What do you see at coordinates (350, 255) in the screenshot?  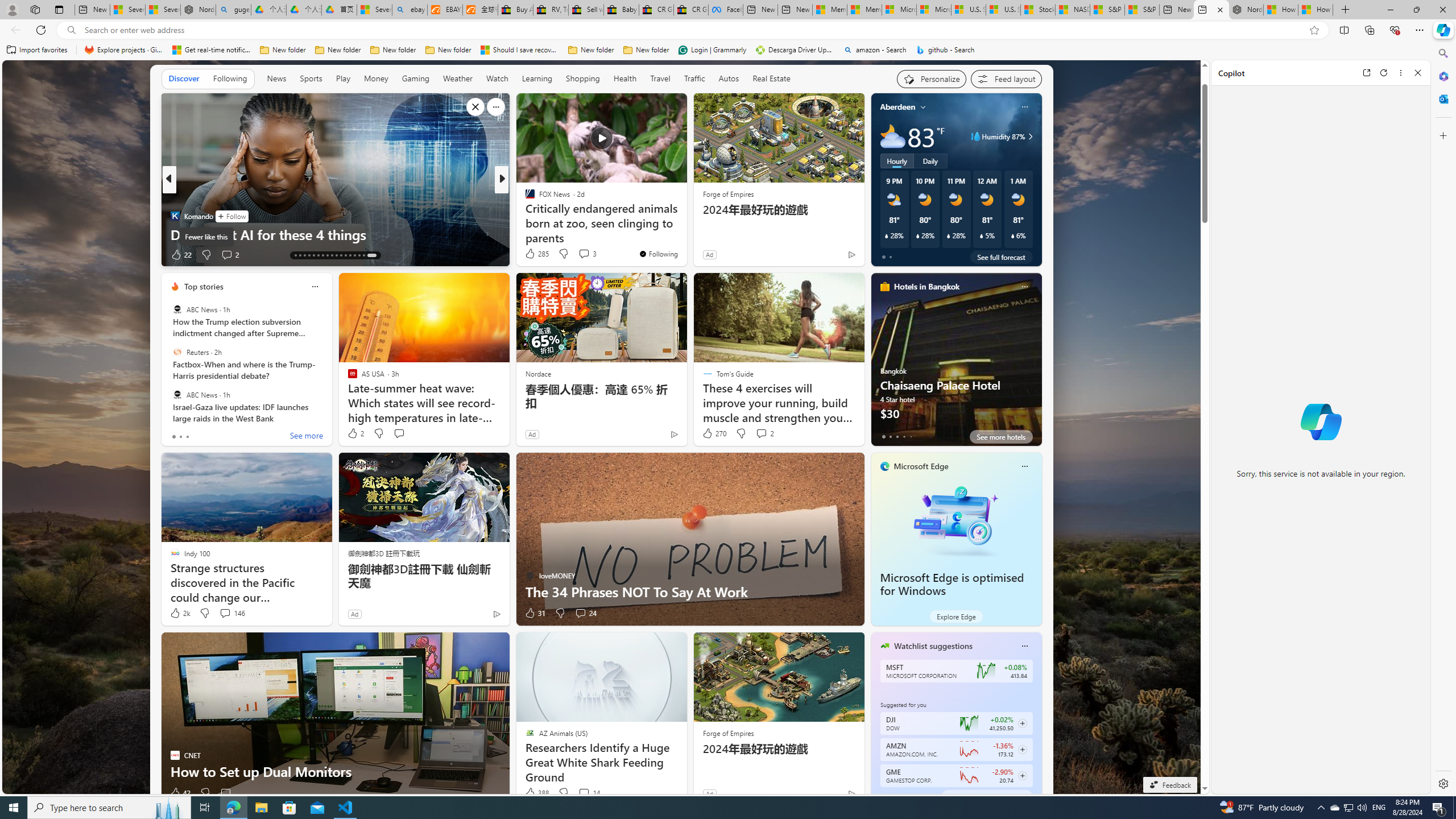 I see `'AutomationID: tab-25'` at bounding box center [350, 255].